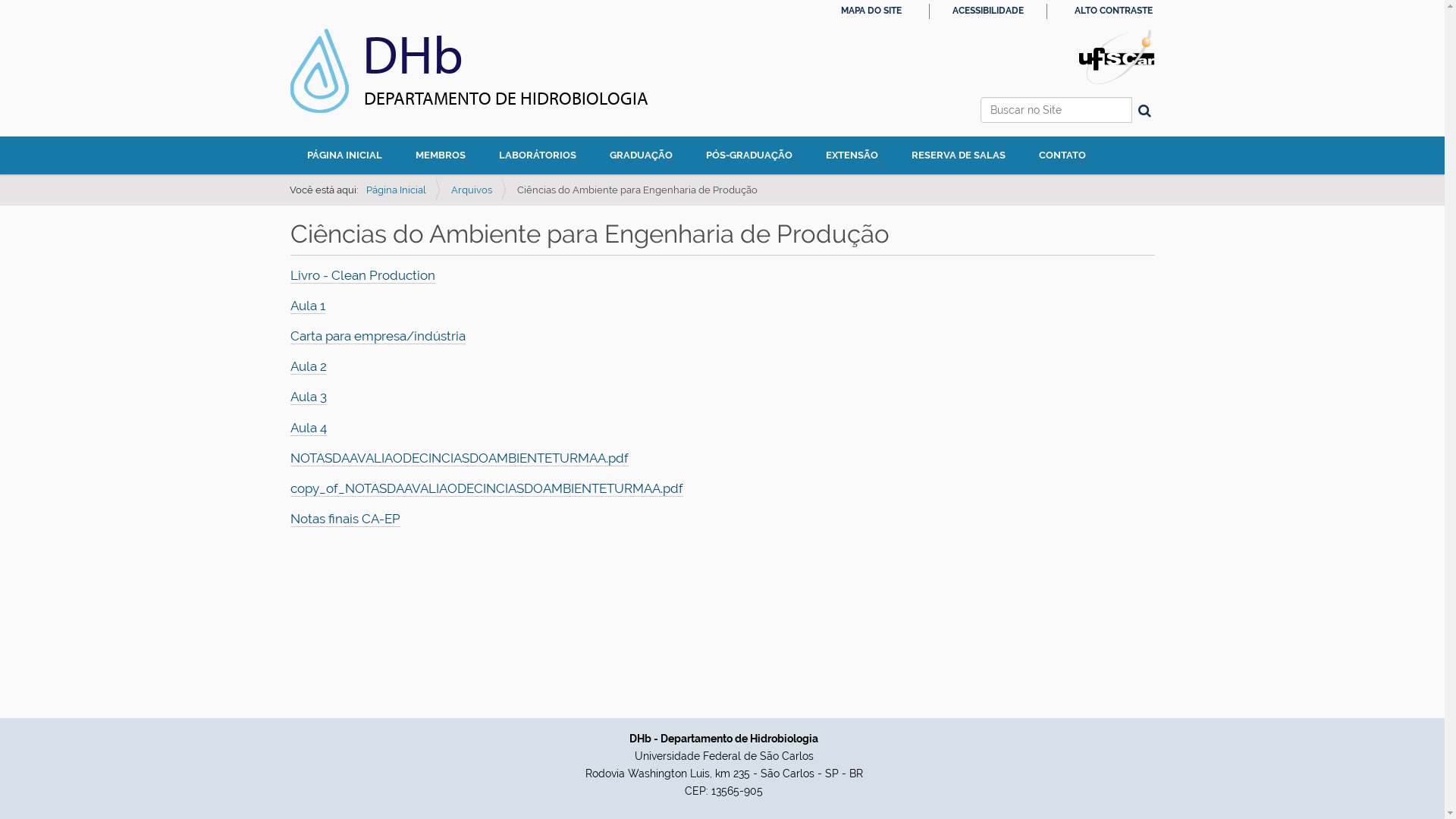 This screenshot has height=819, width=1456. What do you see at coordinates (486, 488) in the screenshot?
I see `'copy_of_NOTASDAAVALIAODECINCIASDOAMBIENTETURMAA.pdf'` at bounding box center [486, 488].